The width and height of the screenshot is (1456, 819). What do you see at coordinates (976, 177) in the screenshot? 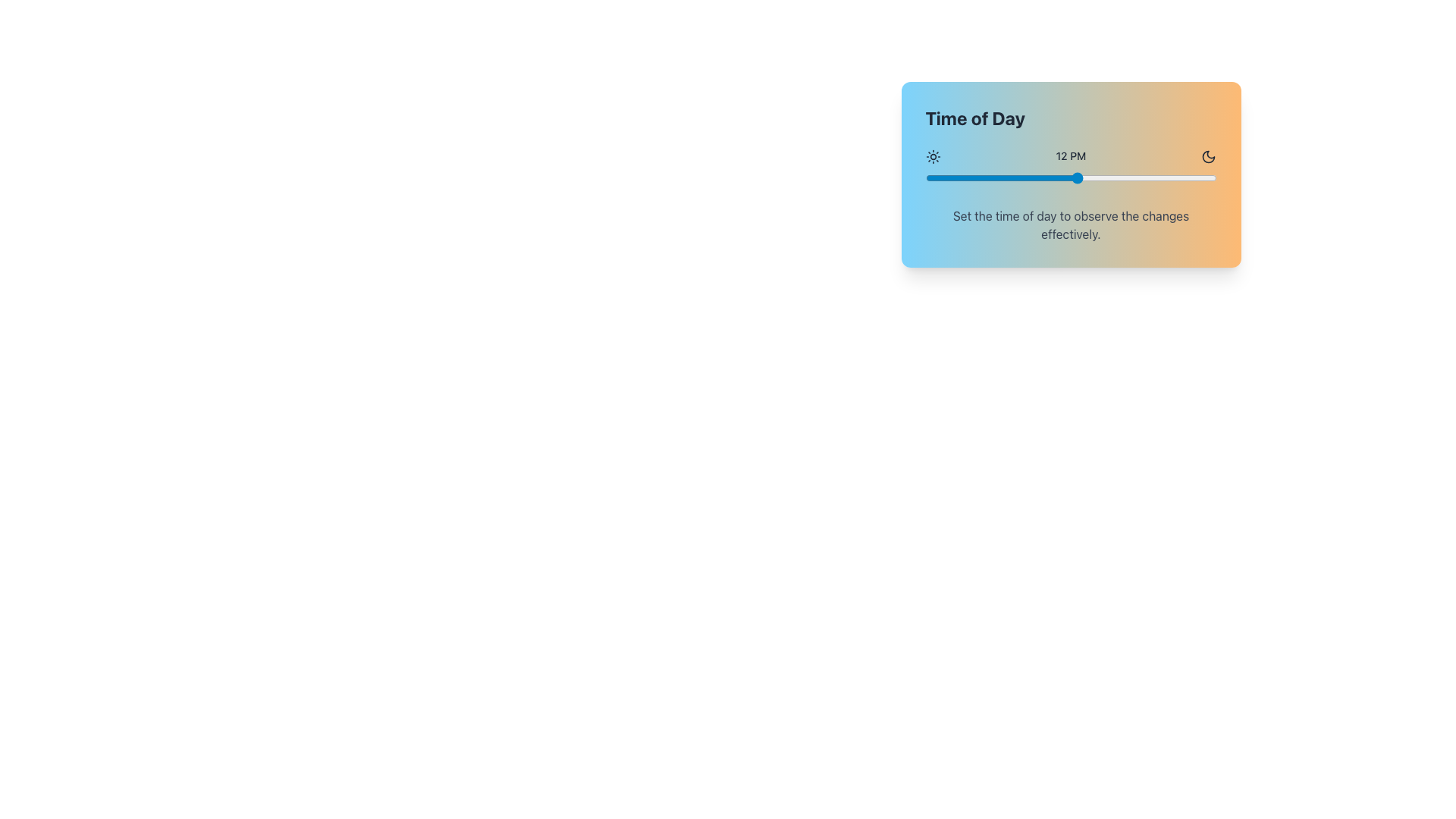
I see `the time of day` at bounding box center [976, 177].